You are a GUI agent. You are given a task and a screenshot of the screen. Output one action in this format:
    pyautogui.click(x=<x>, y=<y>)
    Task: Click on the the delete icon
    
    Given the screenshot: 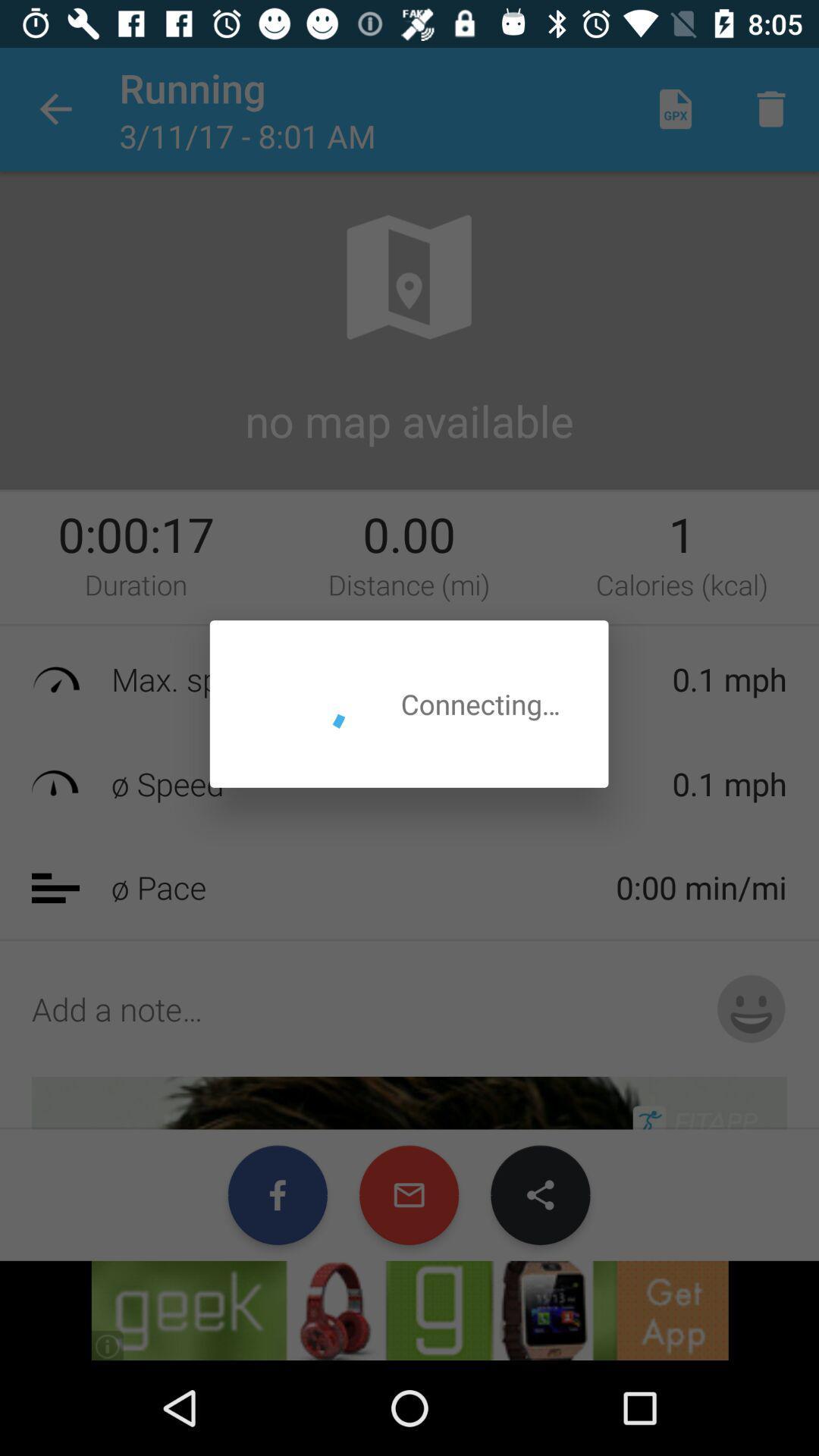 What is the action you would take?
    pyautogui.click(x=771, y=94)
    